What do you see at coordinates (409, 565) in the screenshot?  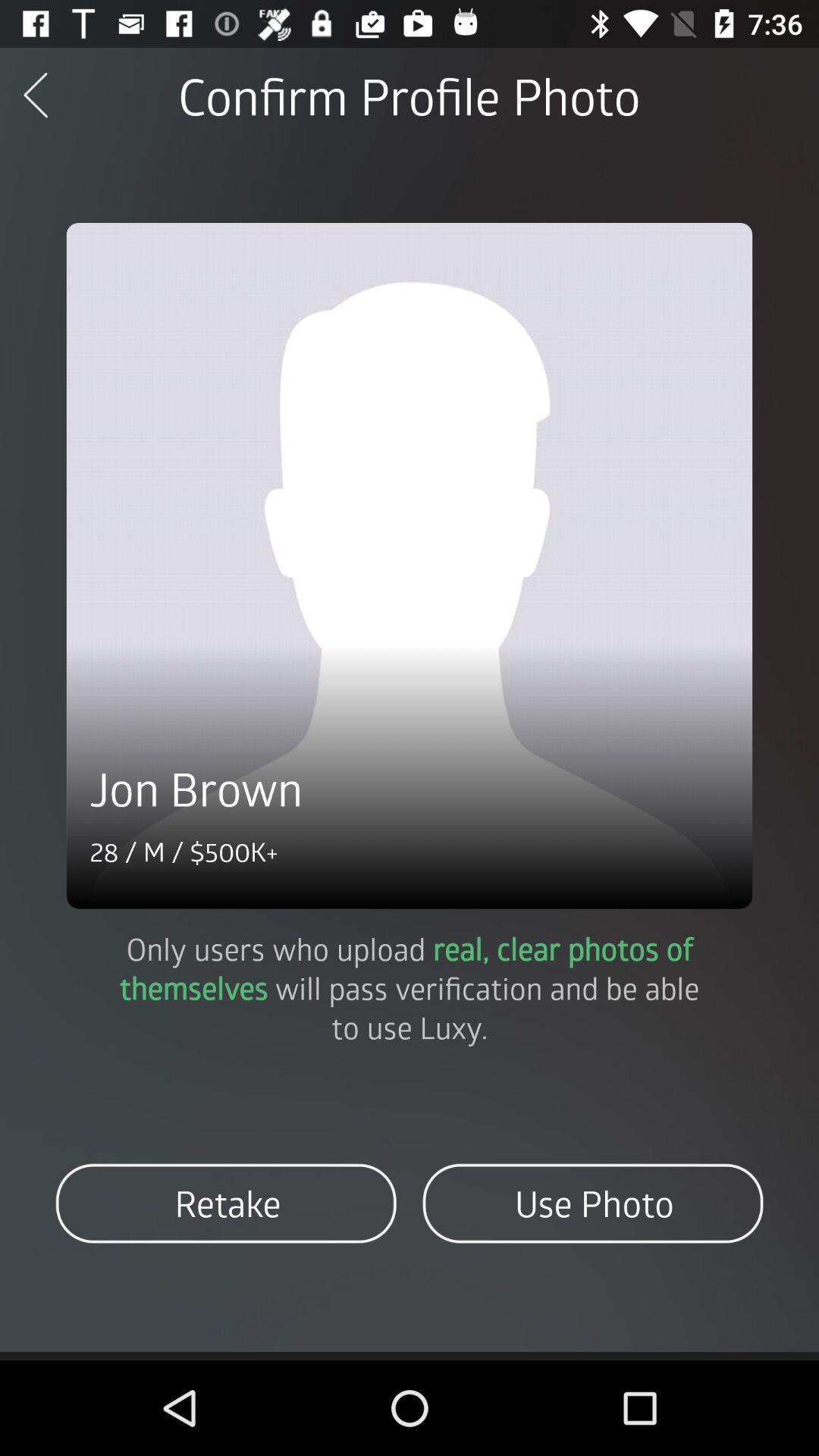 I see `current profile photo` at bounding box center [409, 565].